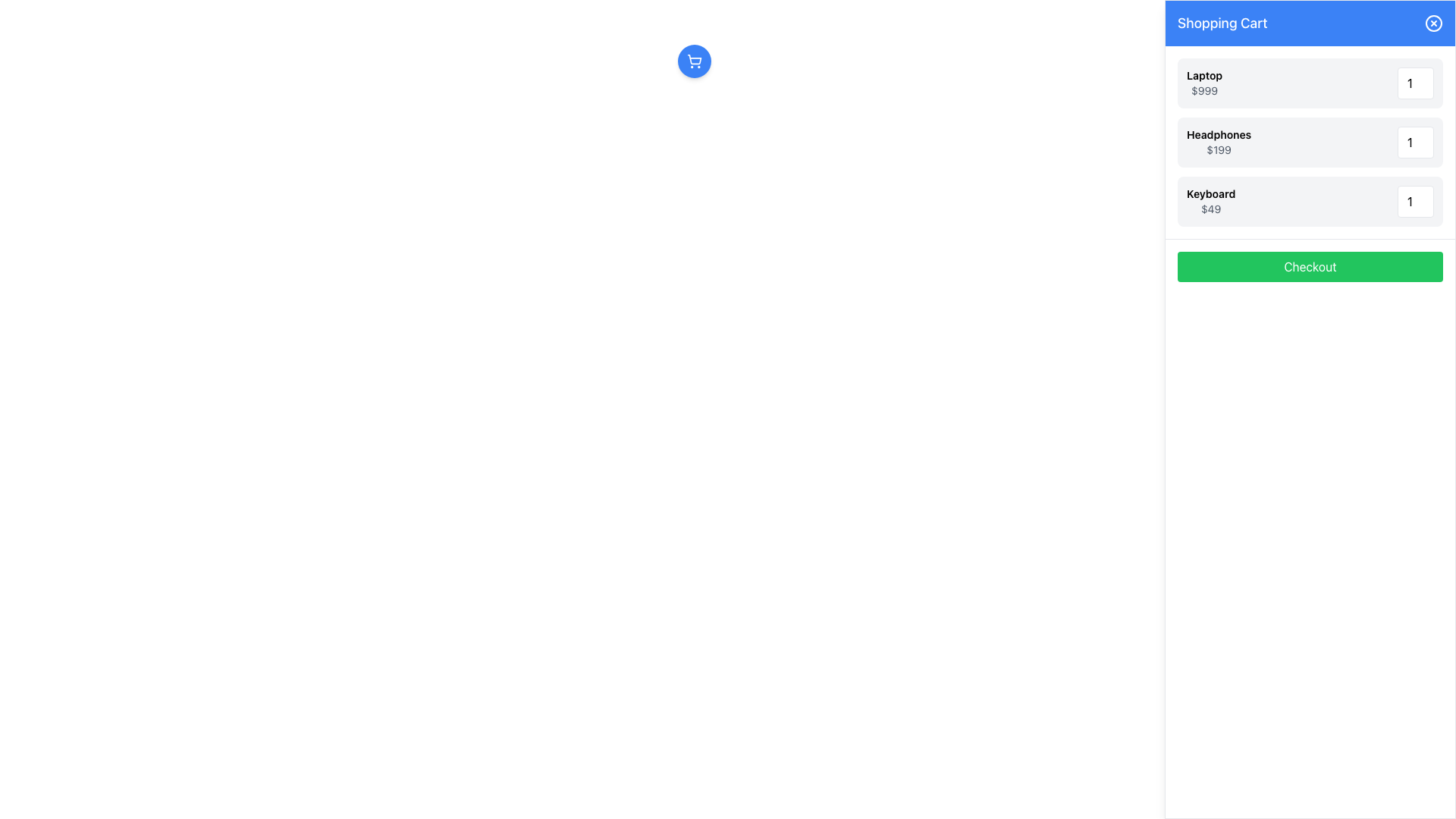 This screenshot has height=819, width=1456. Describe the element at coordinates (1210, 209) in the screenshot. I see `the price text of the 'Keyboard' item in the shopping cart, which is located beneath the label 'Keyboard' and aligned next to the quantity selector` at that location.